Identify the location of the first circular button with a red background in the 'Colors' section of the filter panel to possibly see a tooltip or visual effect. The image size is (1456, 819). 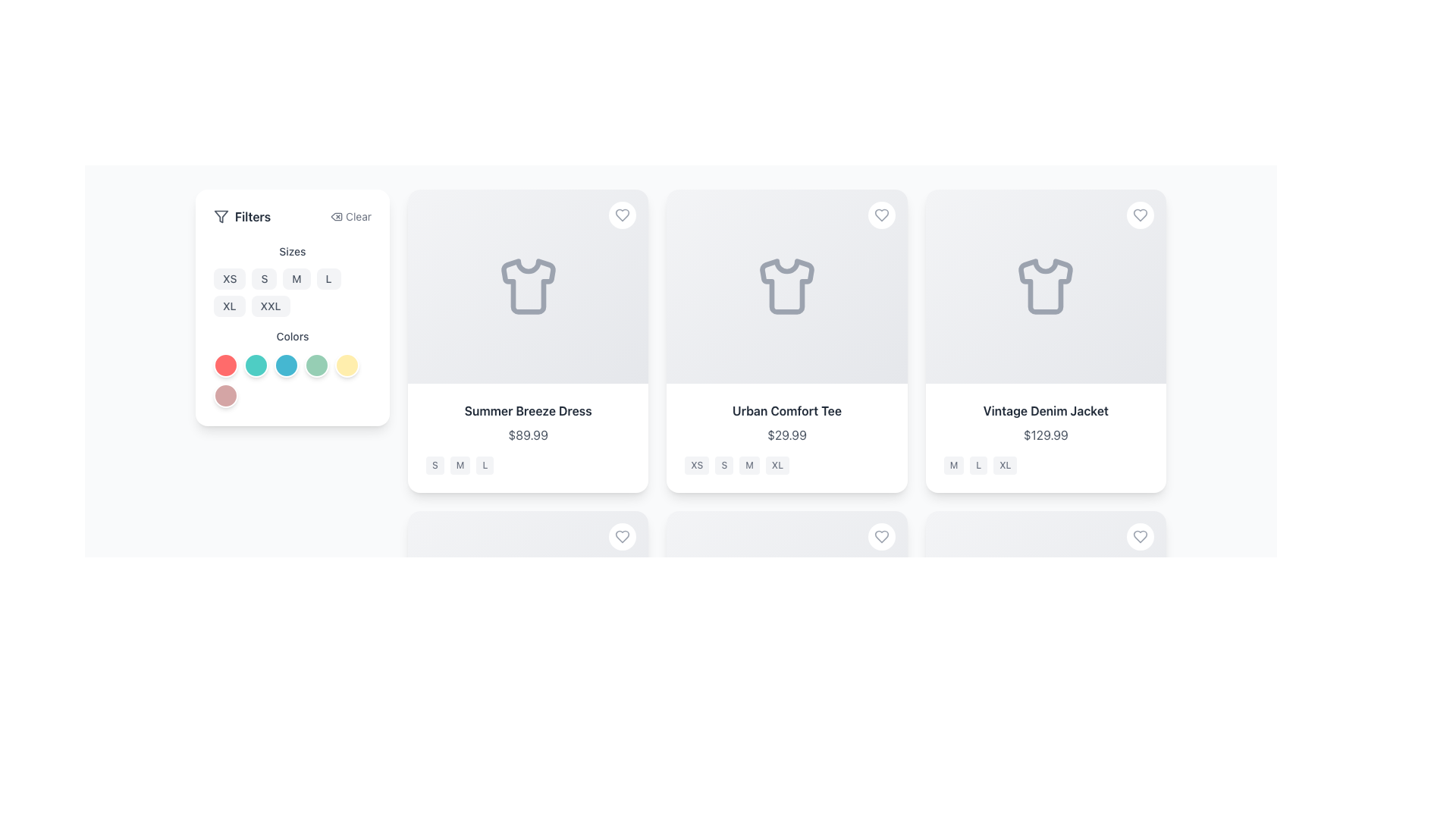
(224, 366).